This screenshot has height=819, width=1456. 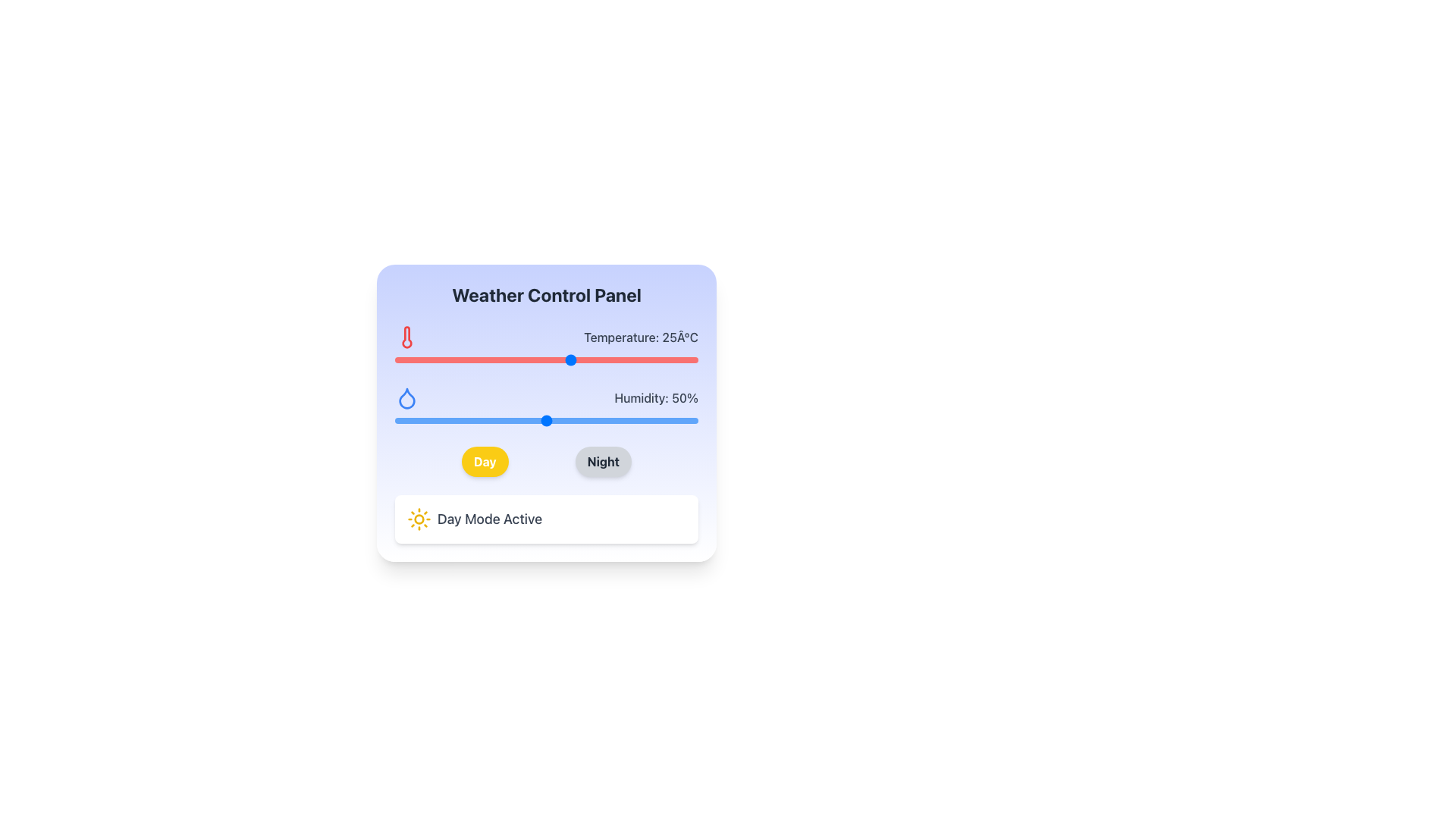 I want to click on the droplet-shaped icon with a blue outline located in the weather control panel, positioned between the 'Temperature: 25°C' segment above and 'Day' and 'Night' buttons below, so click(x=407, y=397).